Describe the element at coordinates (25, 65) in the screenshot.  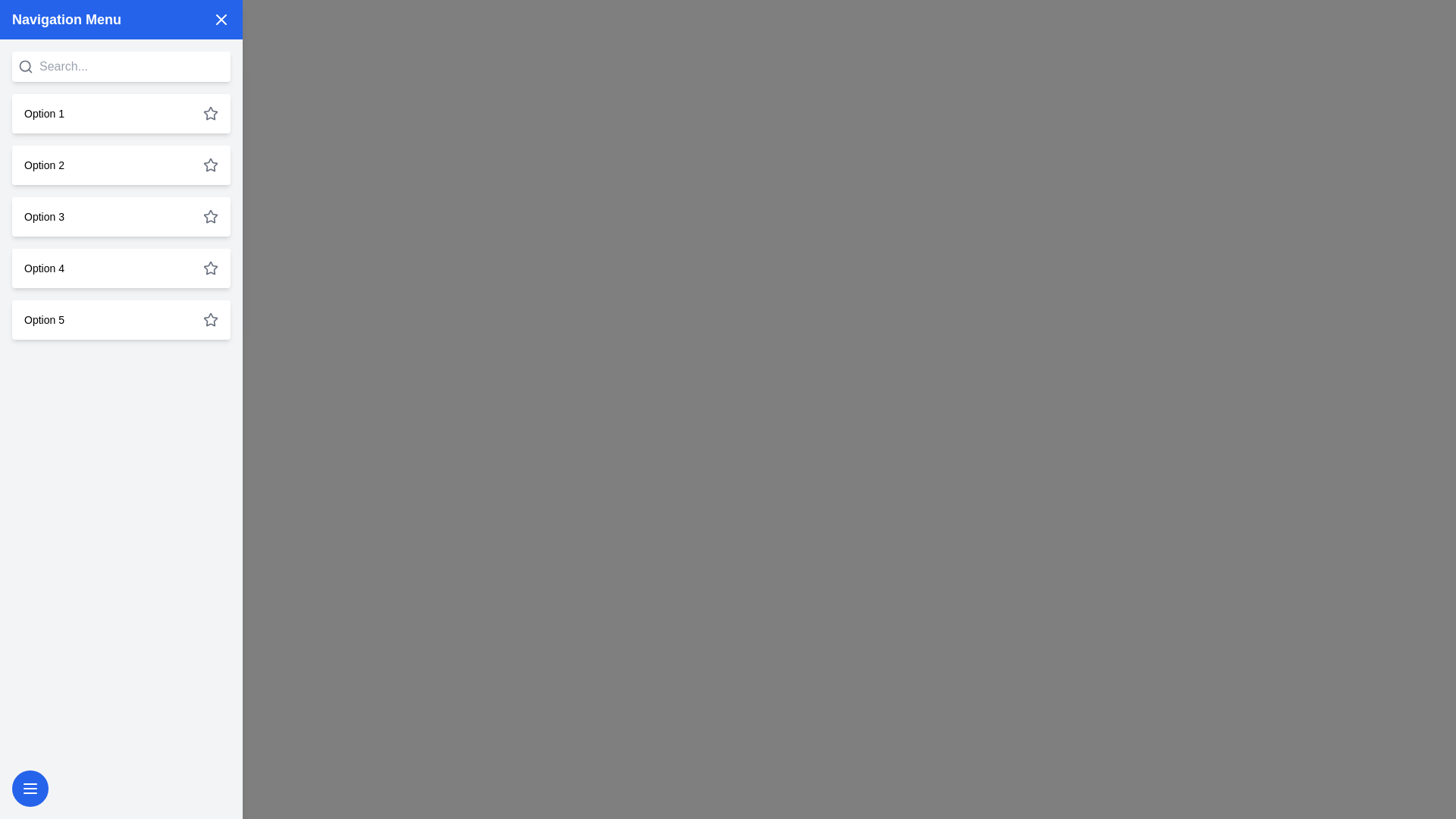
I see `the small circular shape within the search icon located at the top-left of the interface, which is part of the navigation header` at that location.